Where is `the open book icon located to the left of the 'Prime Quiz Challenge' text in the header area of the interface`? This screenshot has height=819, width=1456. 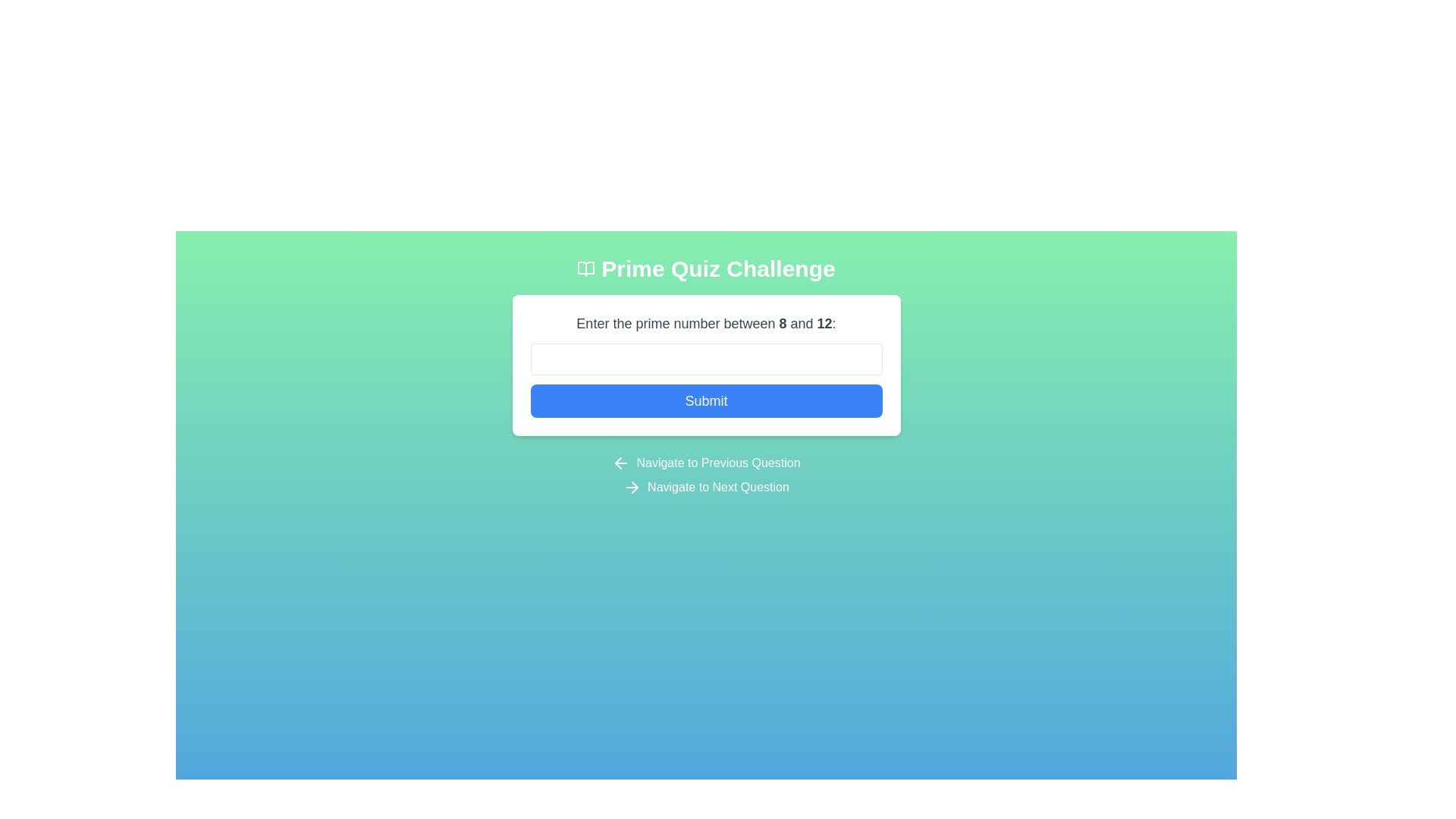 the open book icon located to the left of the 'Prime Quiz Challenge' text in the header area of the interface is located at coordinates (585, 268).